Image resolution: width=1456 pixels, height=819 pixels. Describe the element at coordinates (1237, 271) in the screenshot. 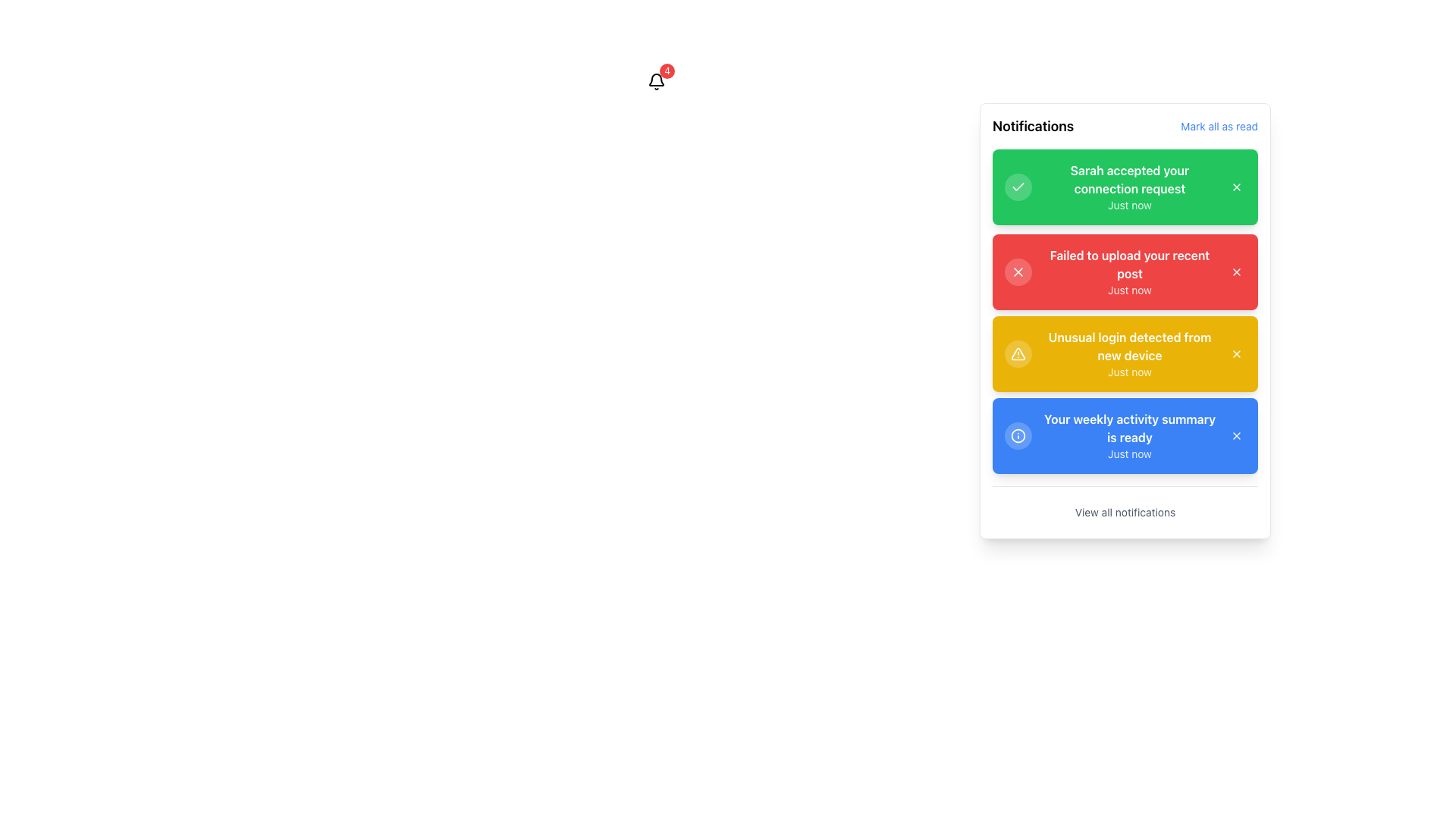

I see `the icon button located at the upper-right corner of the red notification card that states 'Failed to upload your recent post'` at that location.